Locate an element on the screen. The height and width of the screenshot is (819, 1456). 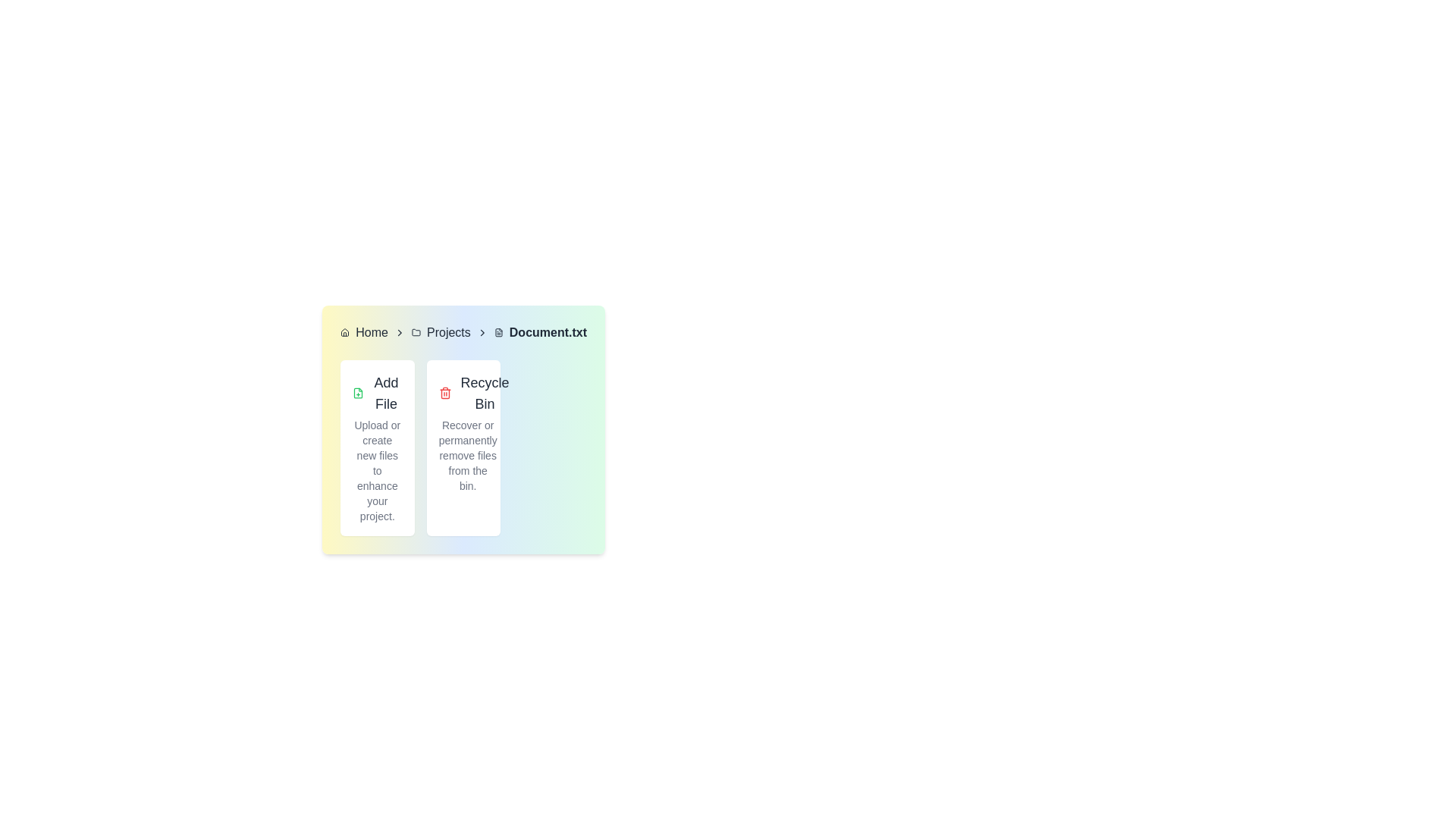
the document file icon located at the far right end of the breadcrumb navigation bar, adjacent to 'Document.txt' is located at coordinates (498, 332).